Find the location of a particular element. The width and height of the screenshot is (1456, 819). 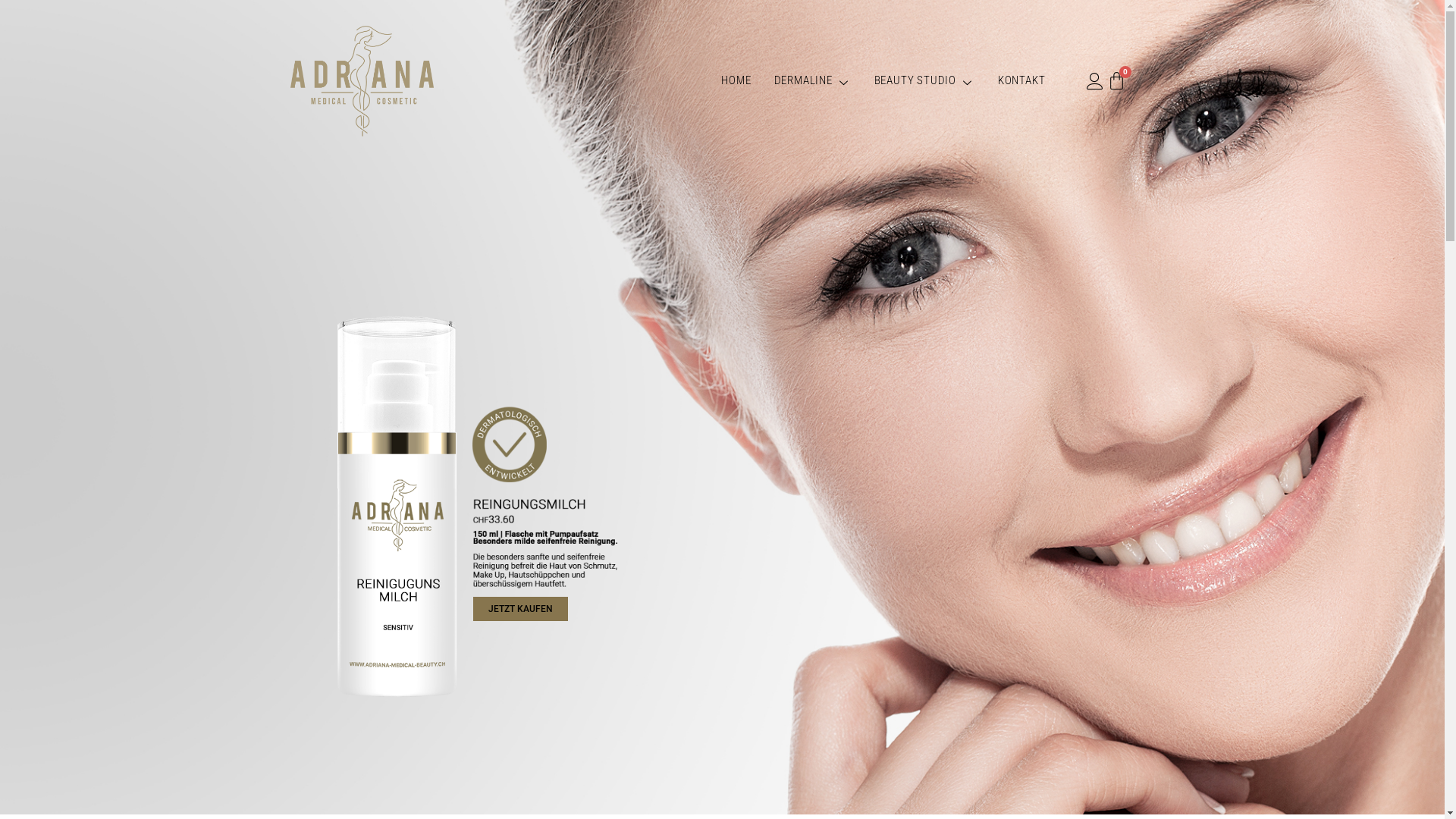

'HOME' is located at coordinates (709, 80).